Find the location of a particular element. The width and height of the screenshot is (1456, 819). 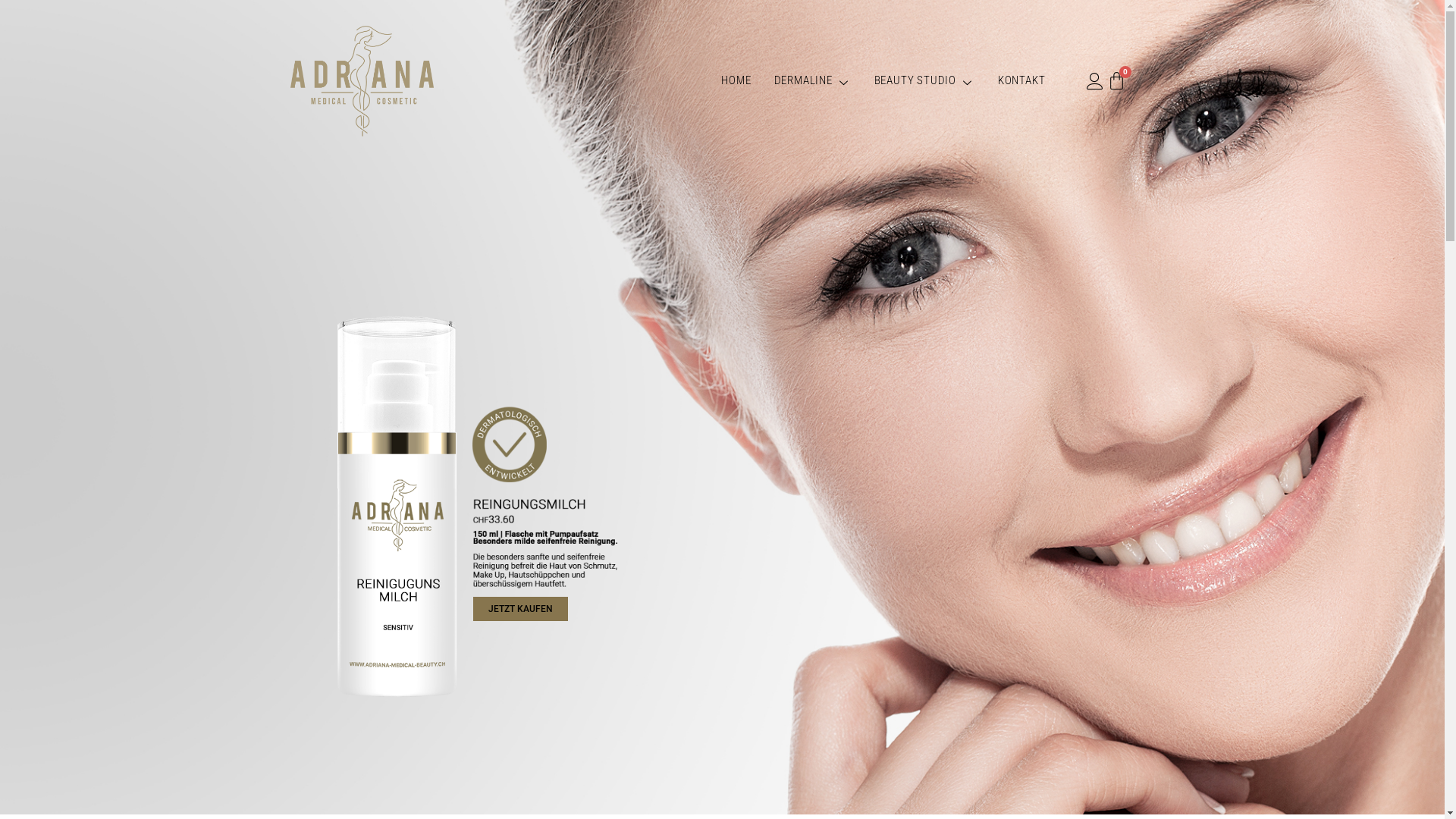

'HOME' is located at coordinates (709, 80).